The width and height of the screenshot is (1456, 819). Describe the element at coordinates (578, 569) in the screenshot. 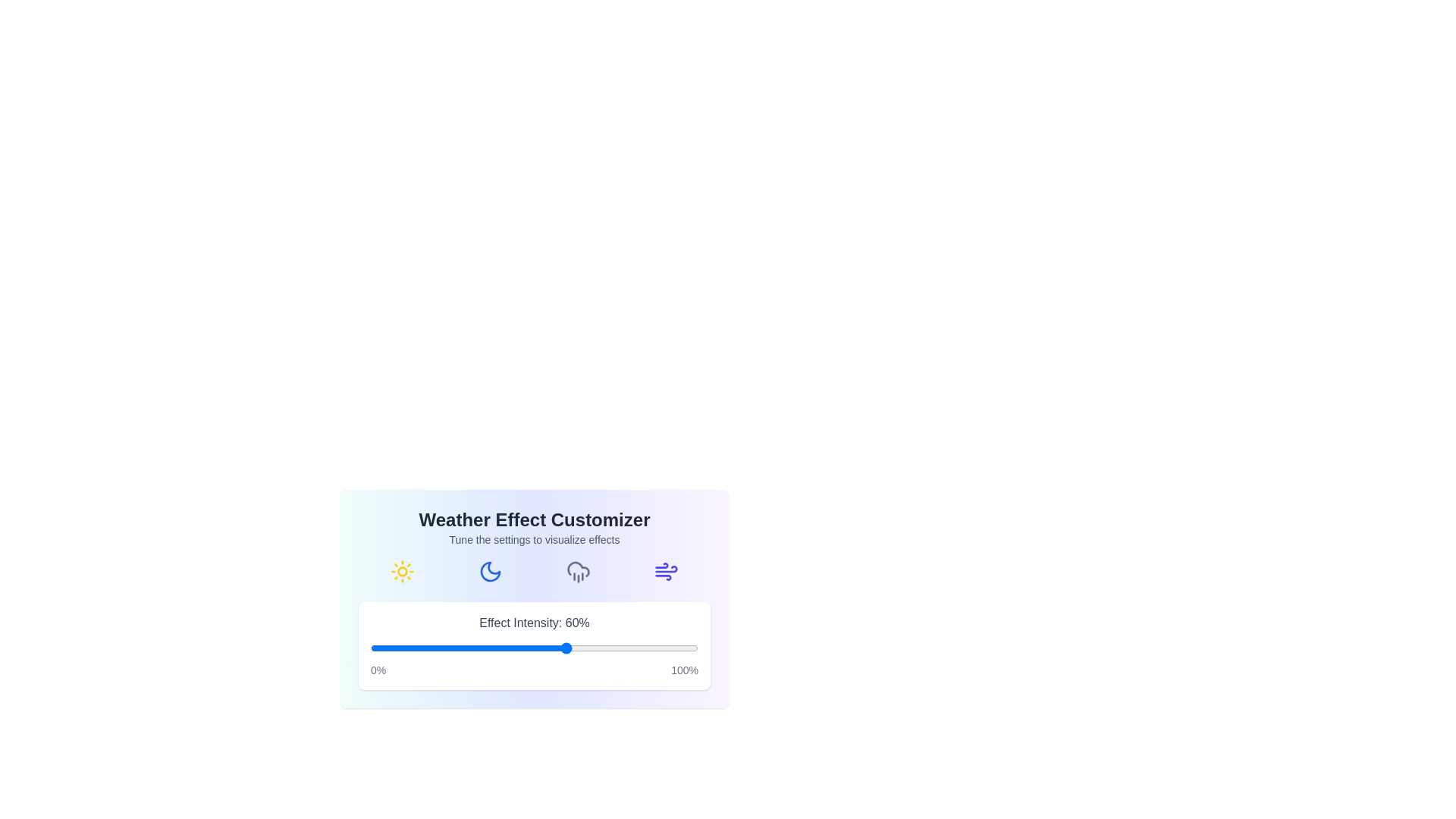

I see `the central cloud element of the weather icon set, which is a grayish vector graphic with subtle outlines` at that location.